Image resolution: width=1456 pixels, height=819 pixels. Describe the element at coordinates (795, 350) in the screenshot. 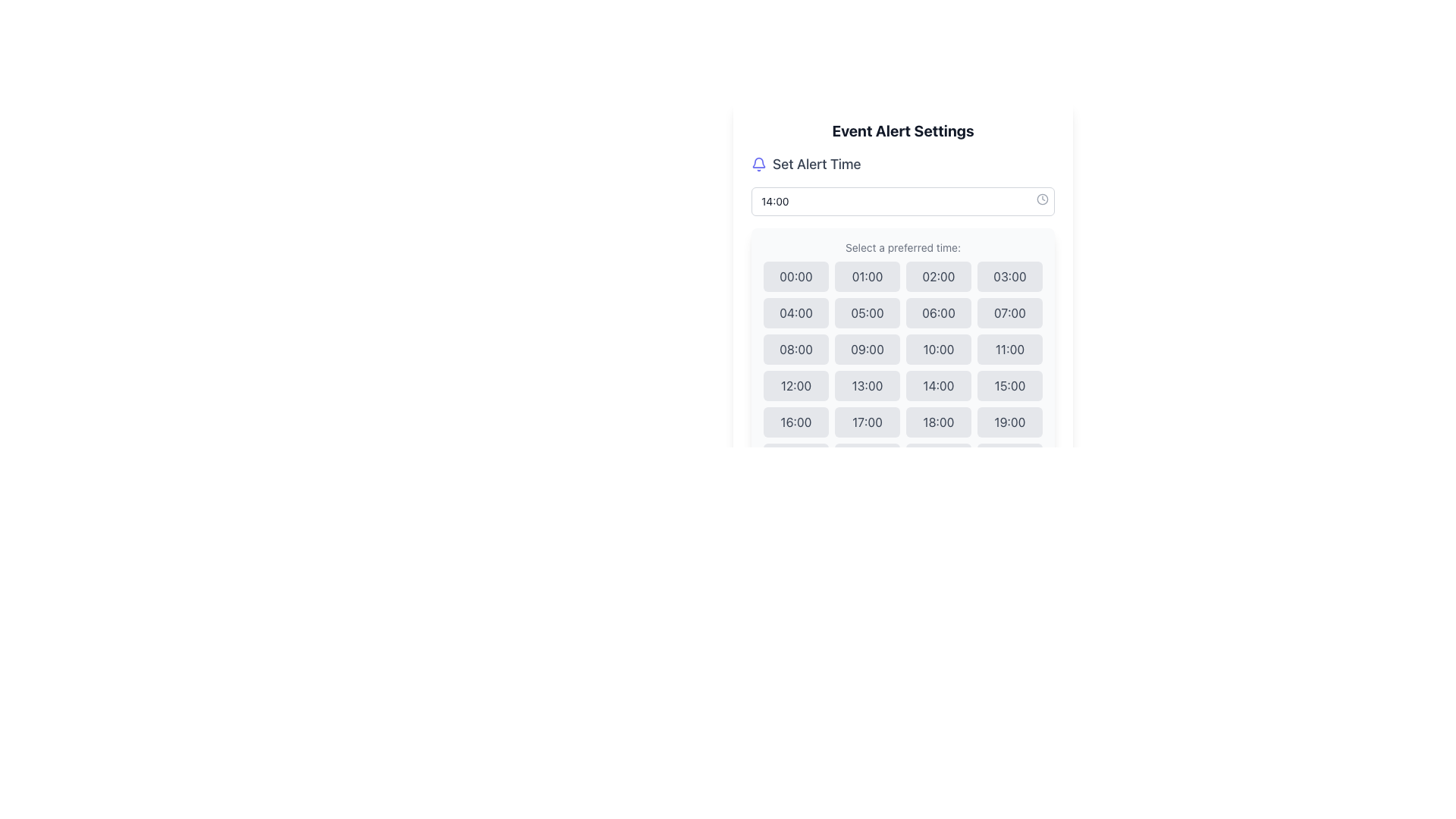

I see `the button labeled '08:00', which is the ninth button in a 4-column grid layout, located on the third row, first column` at that location.